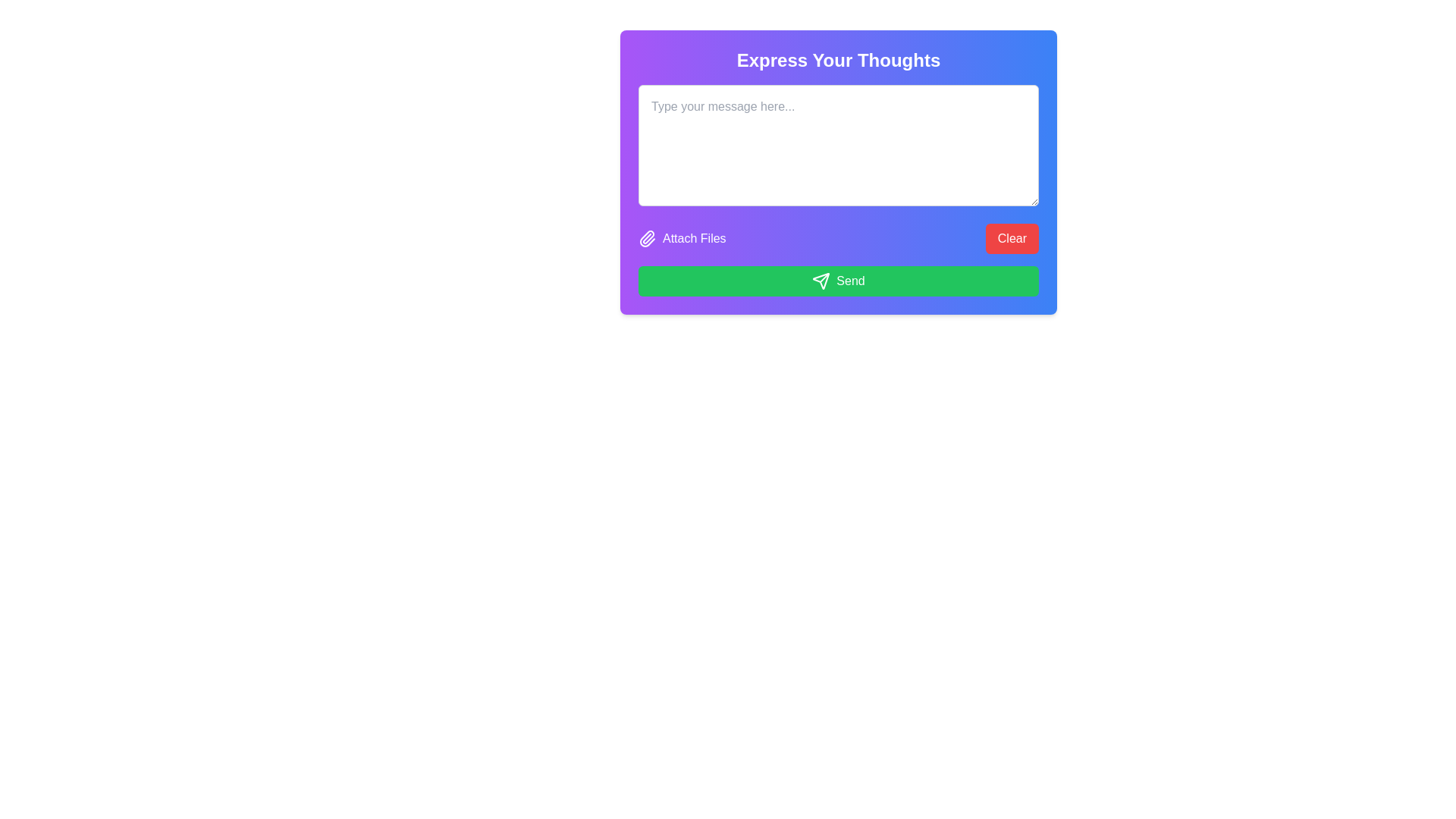 The width and height of the screenshot is (1456, 819). Describe the element at coordinates (648, 239) in the screenshot. I see `the file attachment icon located to the left of the 'Attach Files' text at the bottom-left corner of the purple card` at that location.